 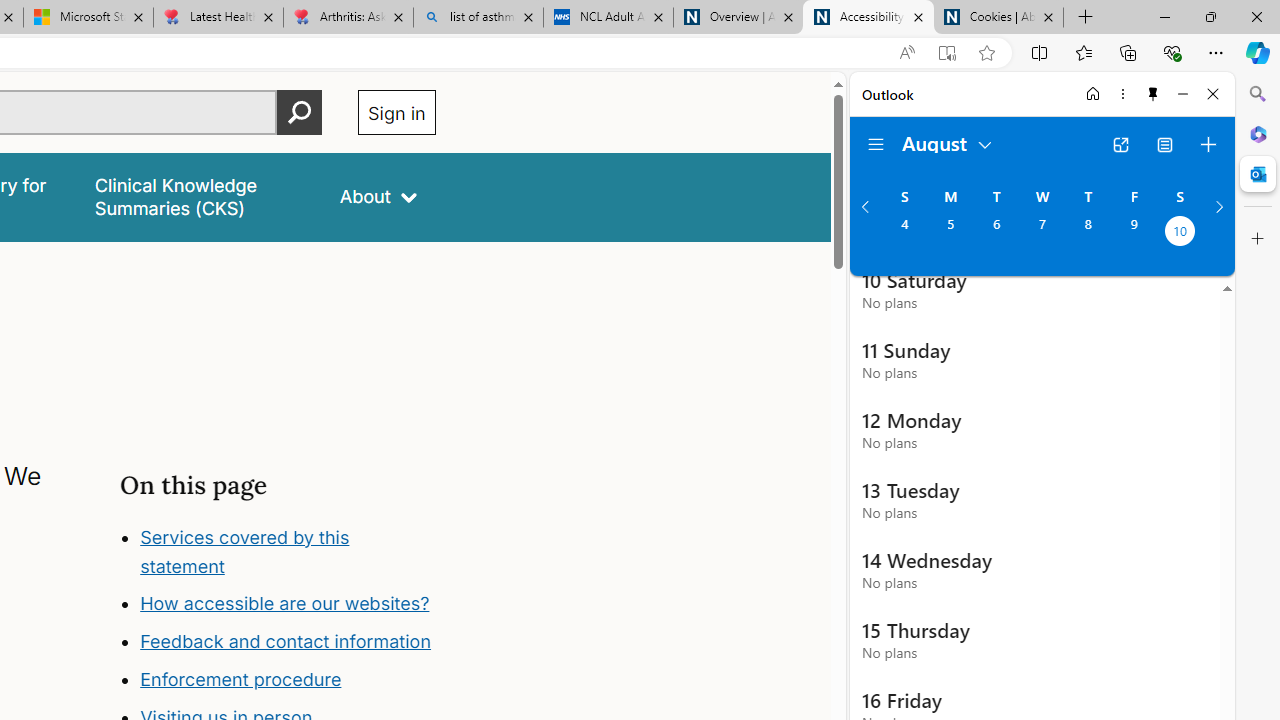 What do you see at coordinates (903, 232) in the screenshot?
I see `'Sunday, August 4, 2024. '` at bounding box center [903, 232].